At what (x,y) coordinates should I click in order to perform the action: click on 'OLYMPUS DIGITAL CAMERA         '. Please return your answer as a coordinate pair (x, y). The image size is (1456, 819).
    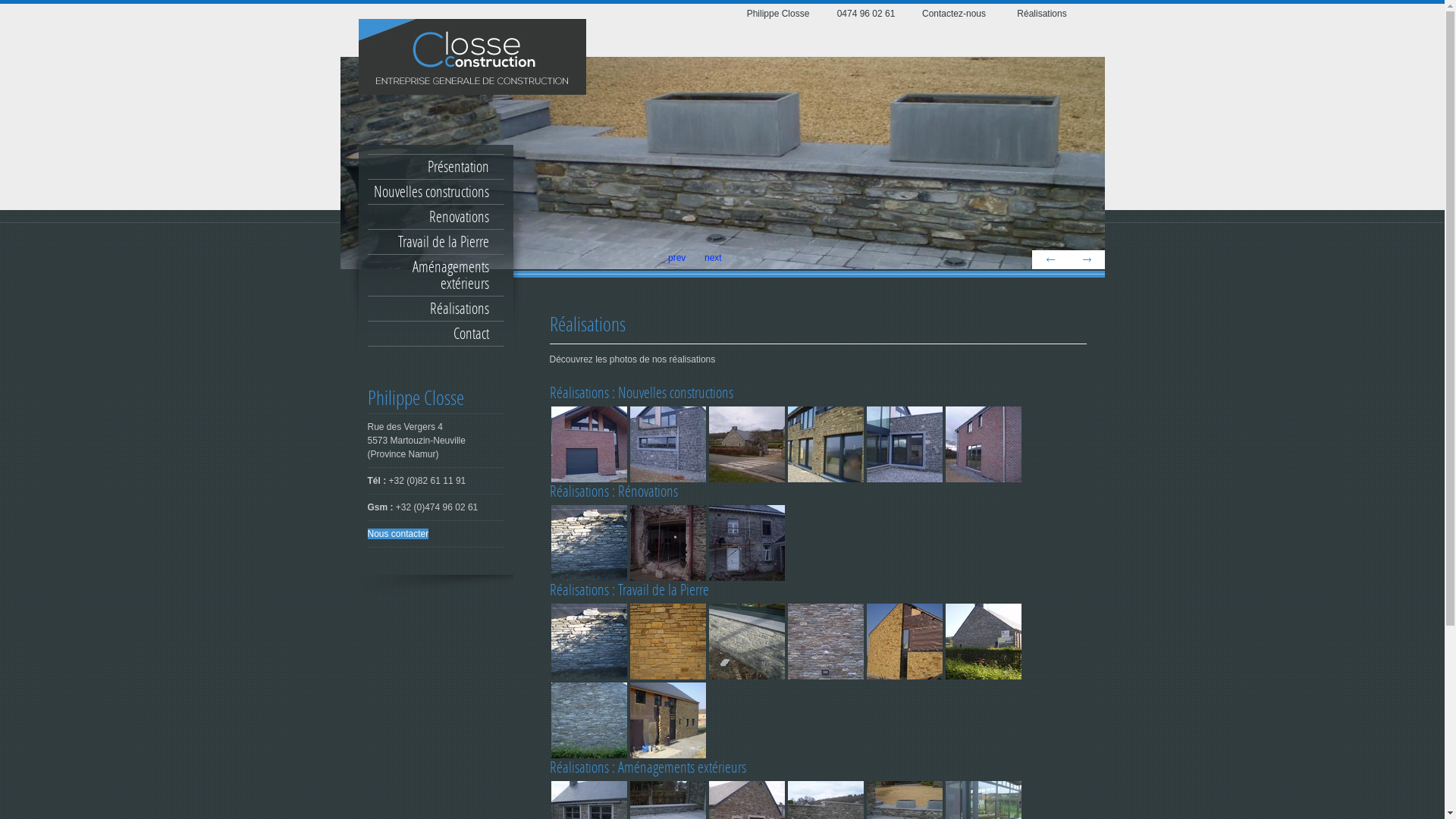
    Looking at the image, I should click on (745, 542).